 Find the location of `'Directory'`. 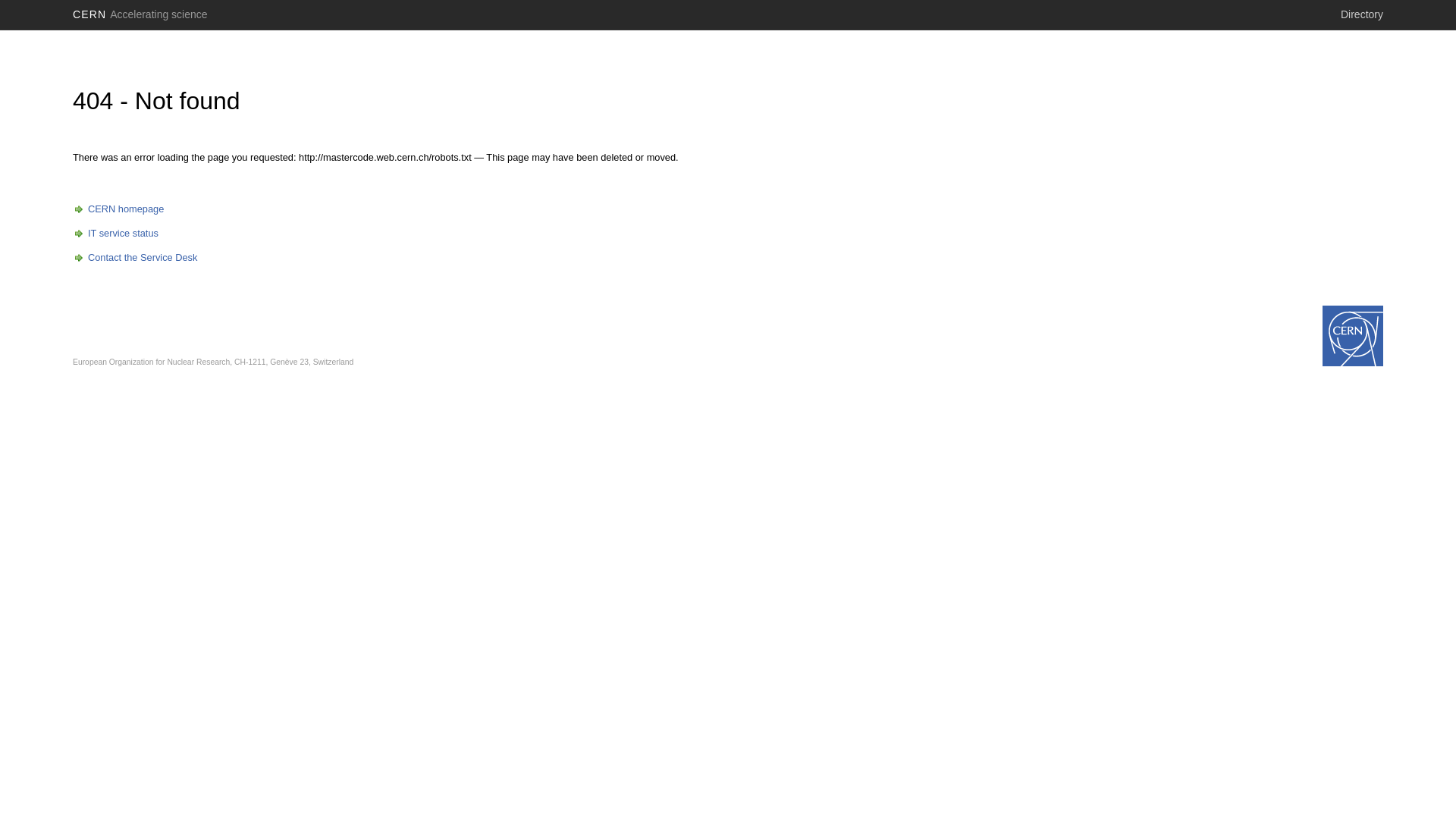

'Directory' is located at coordinates (1361, 14).